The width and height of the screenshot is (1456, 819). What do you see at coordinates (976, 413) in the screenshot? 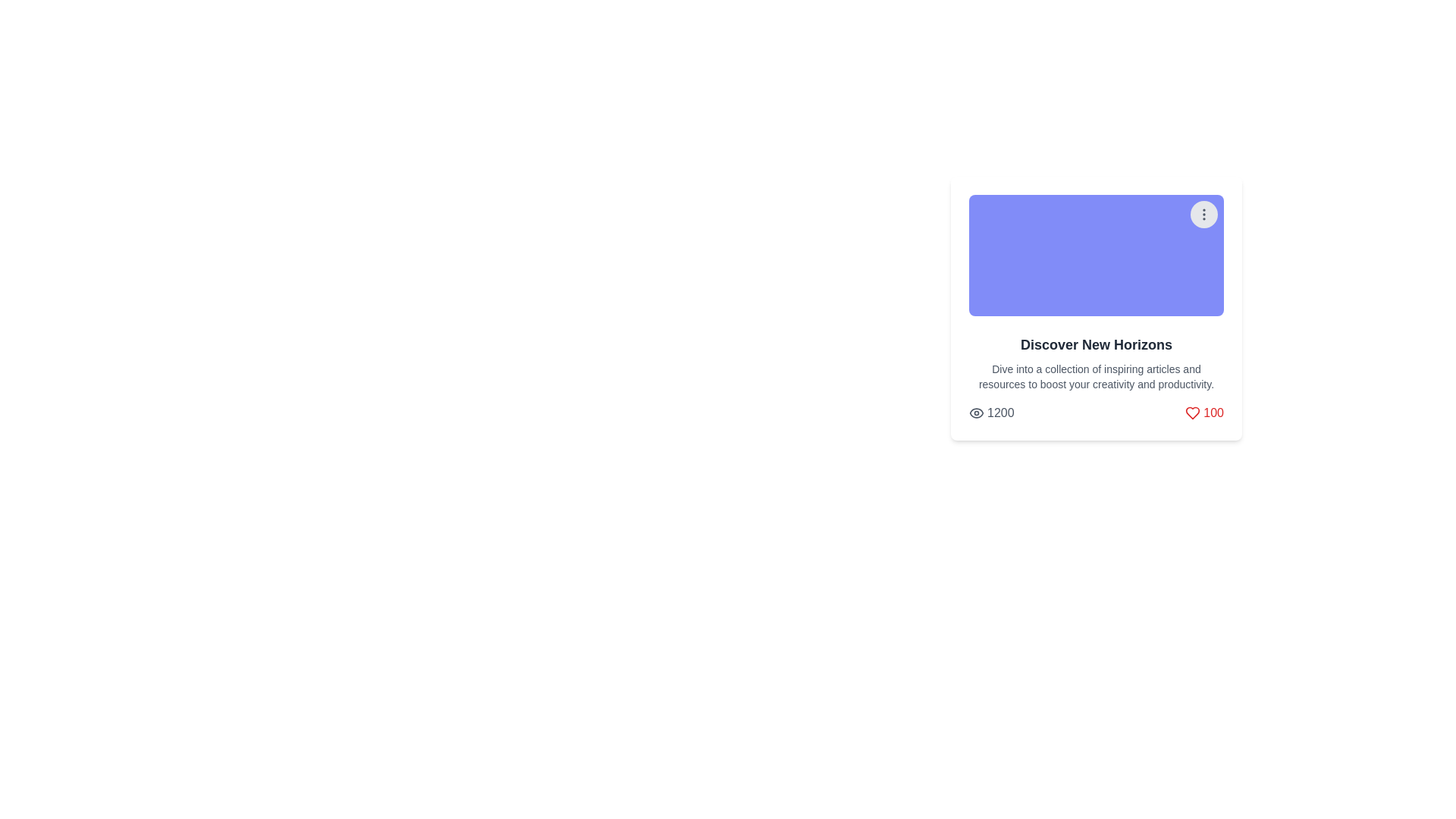
I see `the eye icon` at bounding box center [976, 413].